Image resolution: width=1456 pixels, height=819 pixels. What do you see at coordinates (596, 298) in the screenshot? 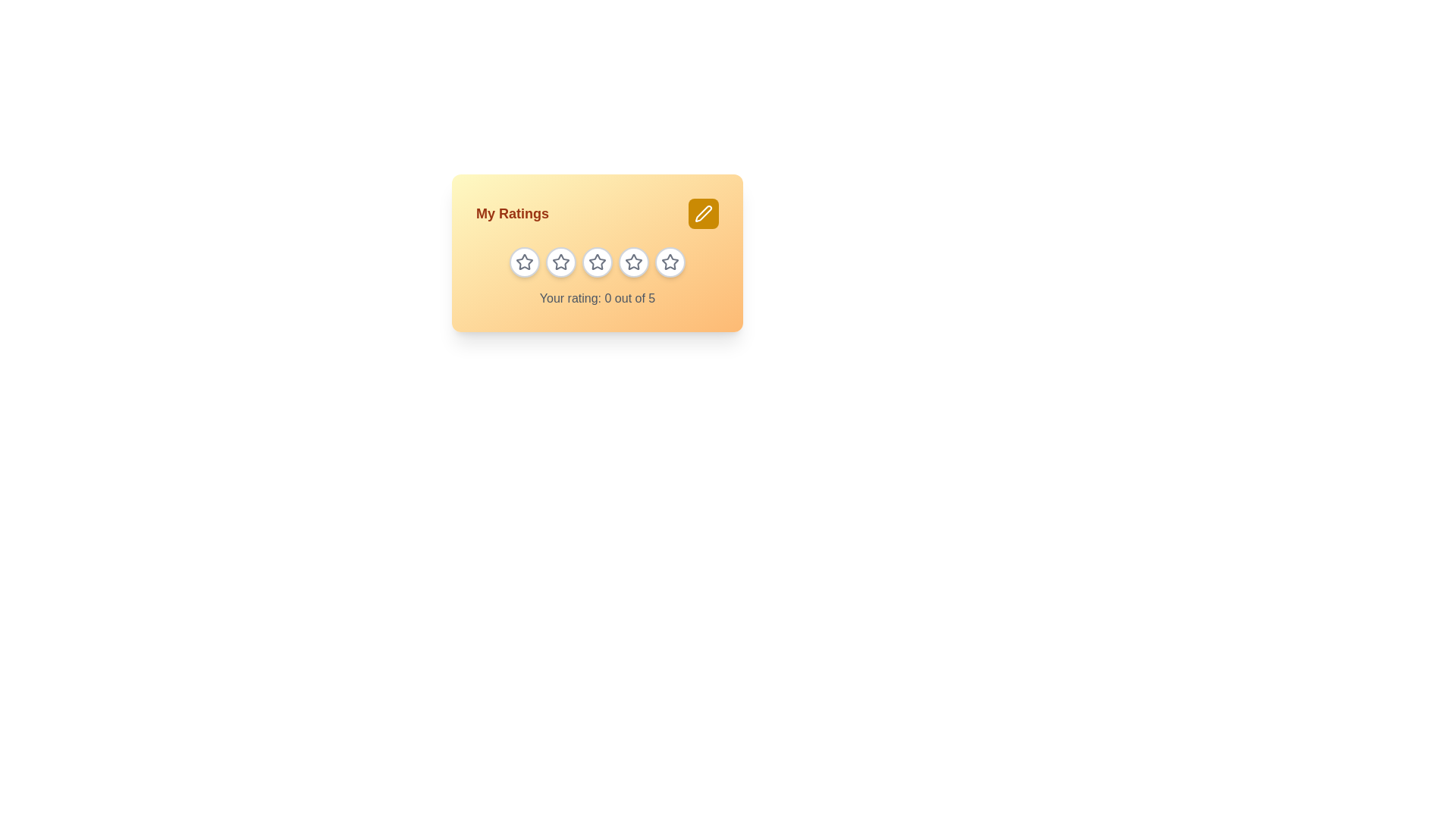
I see `the static text element displaying 'Your rating: 0 out of 5', which is styled with gray font color and centered alignment, located beneath the 5-star rating interface` at bounding box center [596, 298].